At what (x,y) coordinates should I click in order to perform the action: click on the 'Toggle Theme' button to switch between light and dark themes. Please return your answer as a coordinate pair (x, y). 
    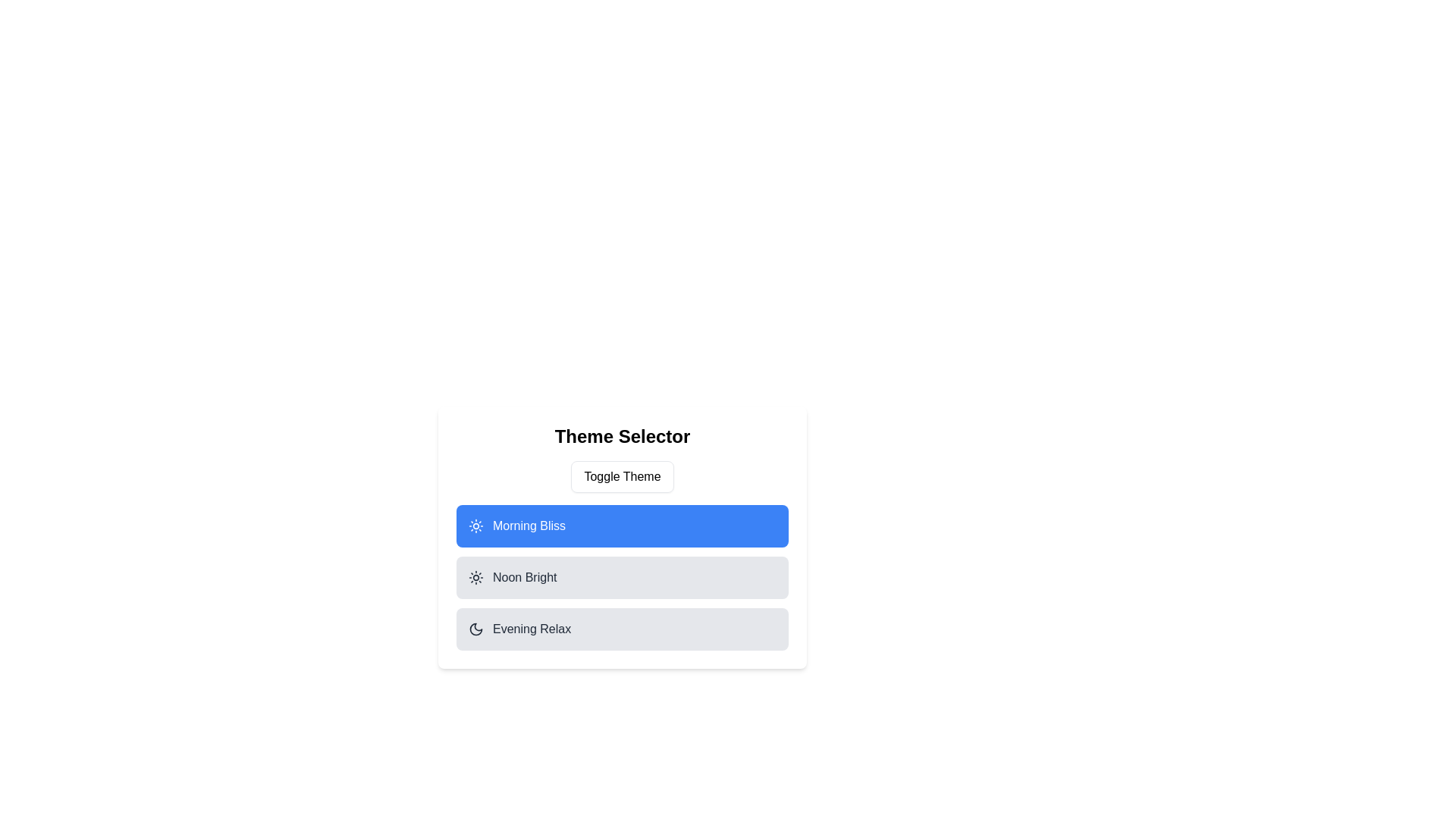
    Looking at the image, I should click on (622, 475).